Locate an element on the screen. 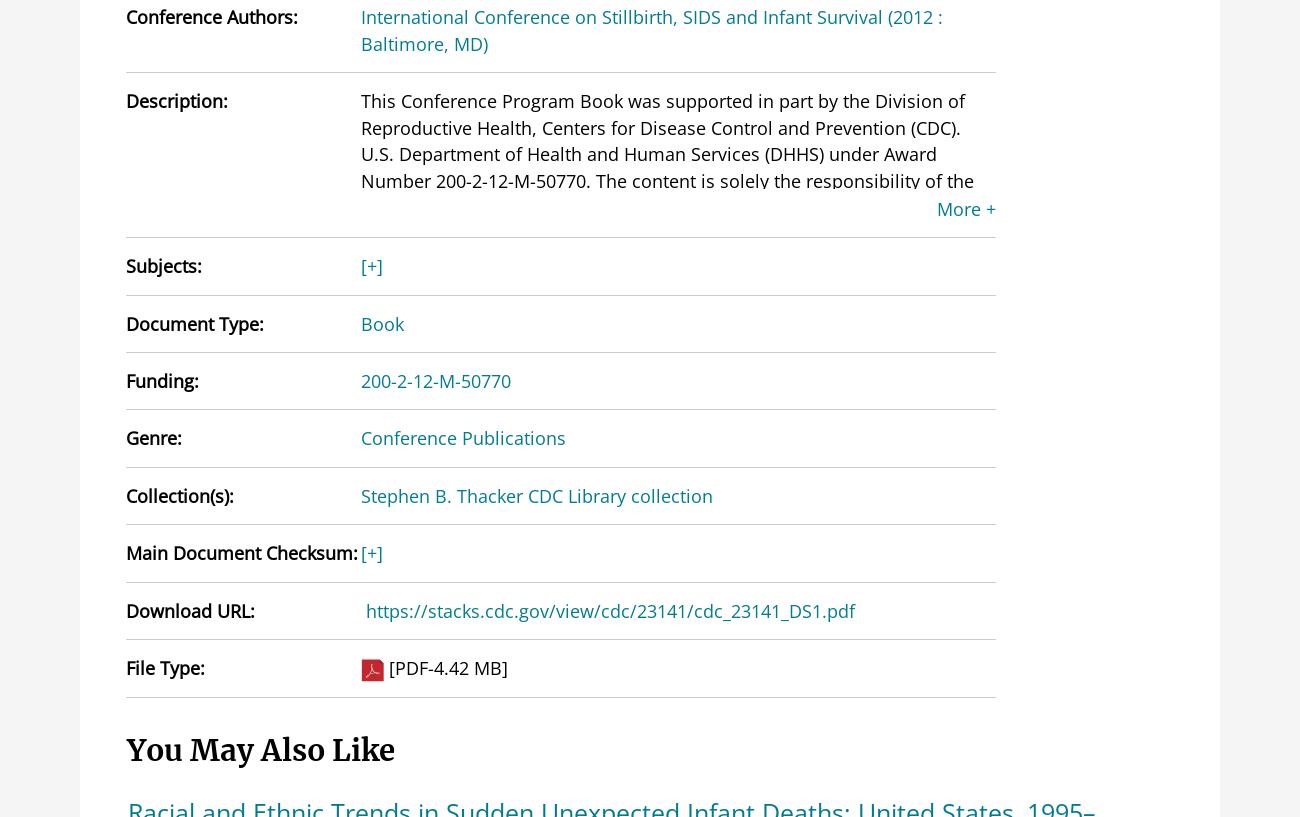  'Download URL:' is located at coordinates (190, 609).